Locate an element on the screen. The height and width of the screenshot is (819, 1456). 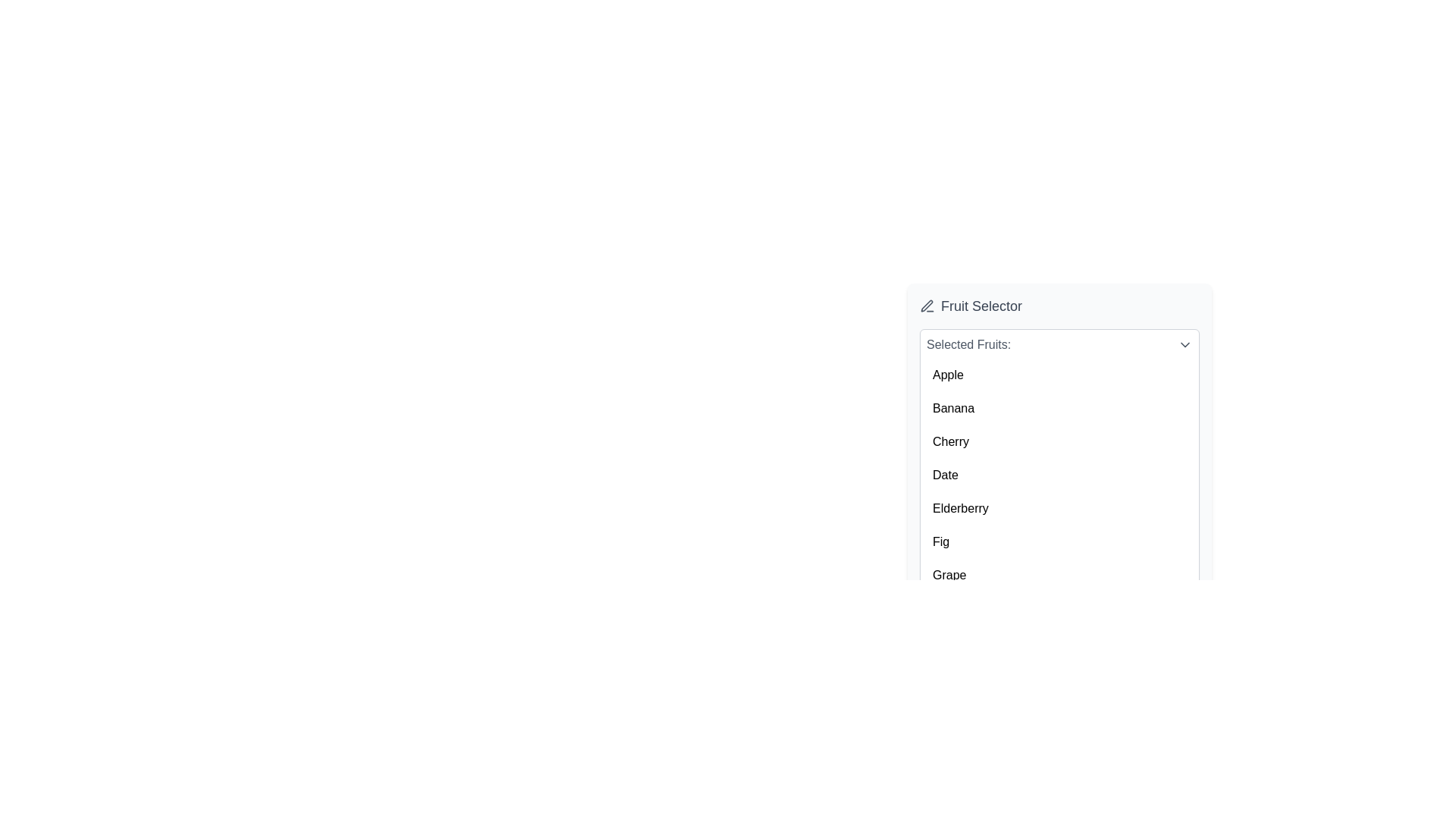
the list item labeled 'Fig' is located at coordinates (1059, 541).